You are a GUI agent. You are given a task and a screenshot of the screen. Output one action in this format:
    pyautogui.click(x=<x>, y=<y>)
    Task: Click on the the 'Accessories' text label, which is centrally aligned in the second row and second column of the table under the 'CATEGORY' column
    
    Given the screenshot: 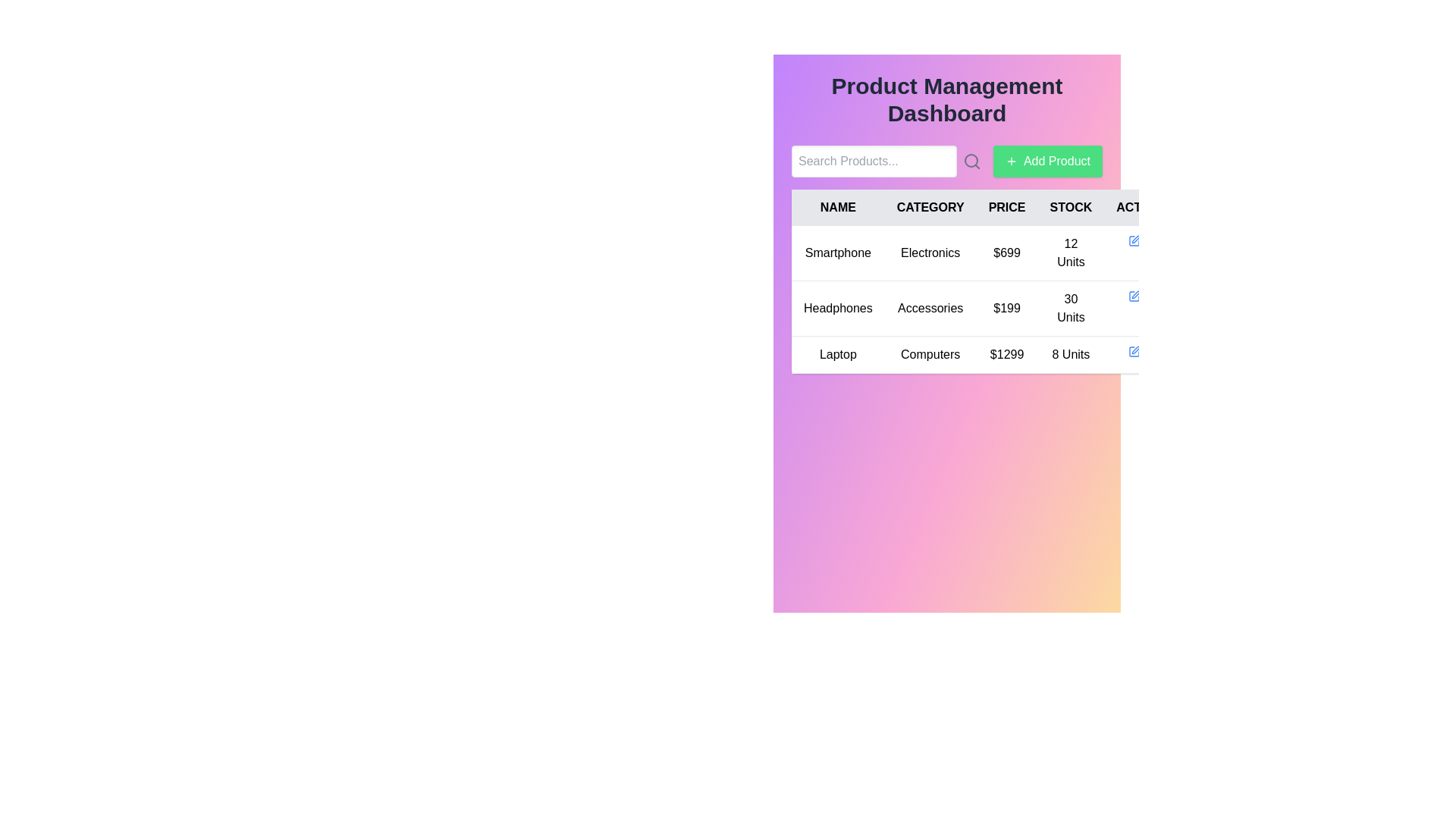 What is the action you would take?
    pyautogui.click(x=930, y=308)
    